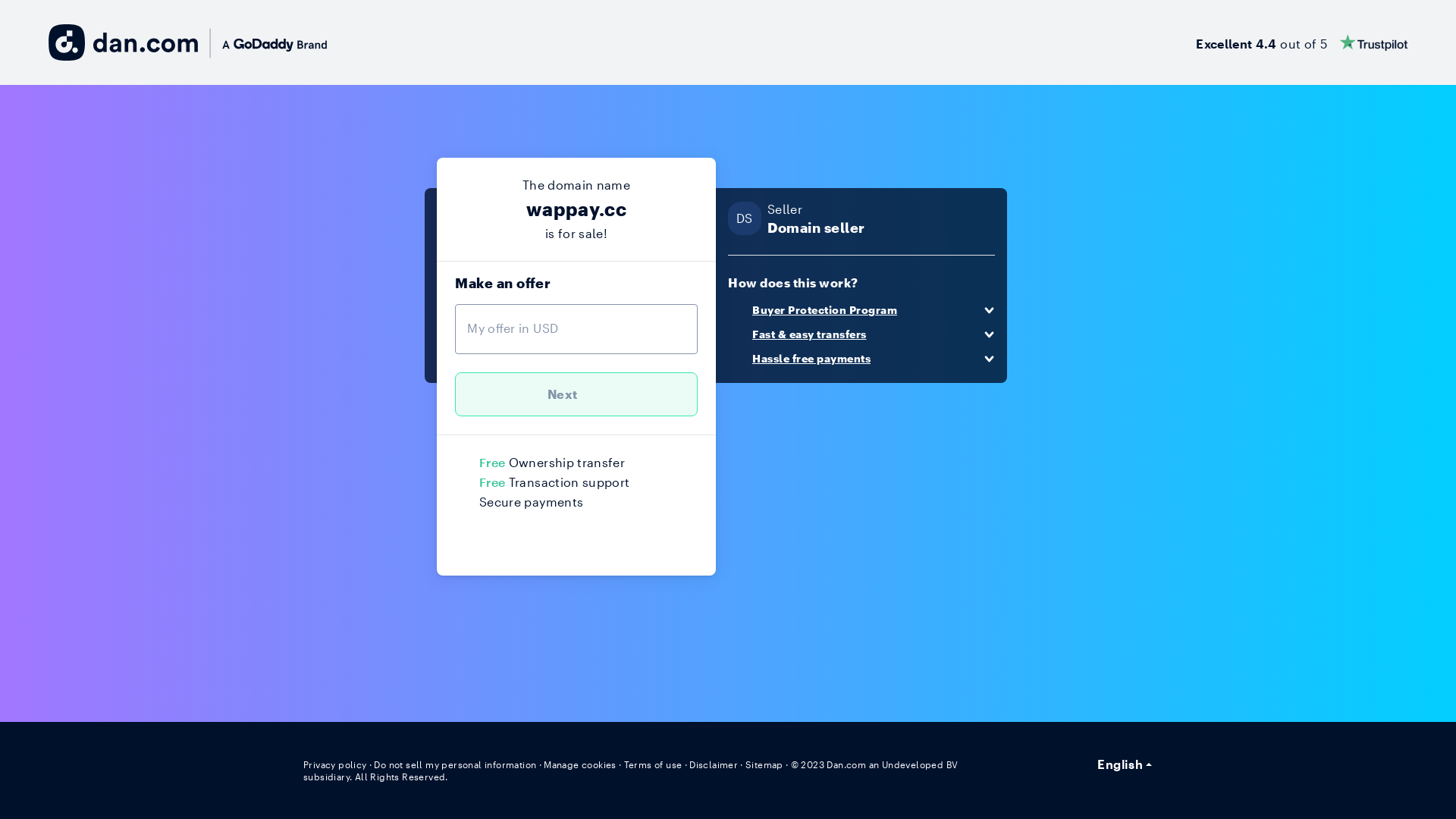  I want to click on 'Disclaimer', so click(695, 764).